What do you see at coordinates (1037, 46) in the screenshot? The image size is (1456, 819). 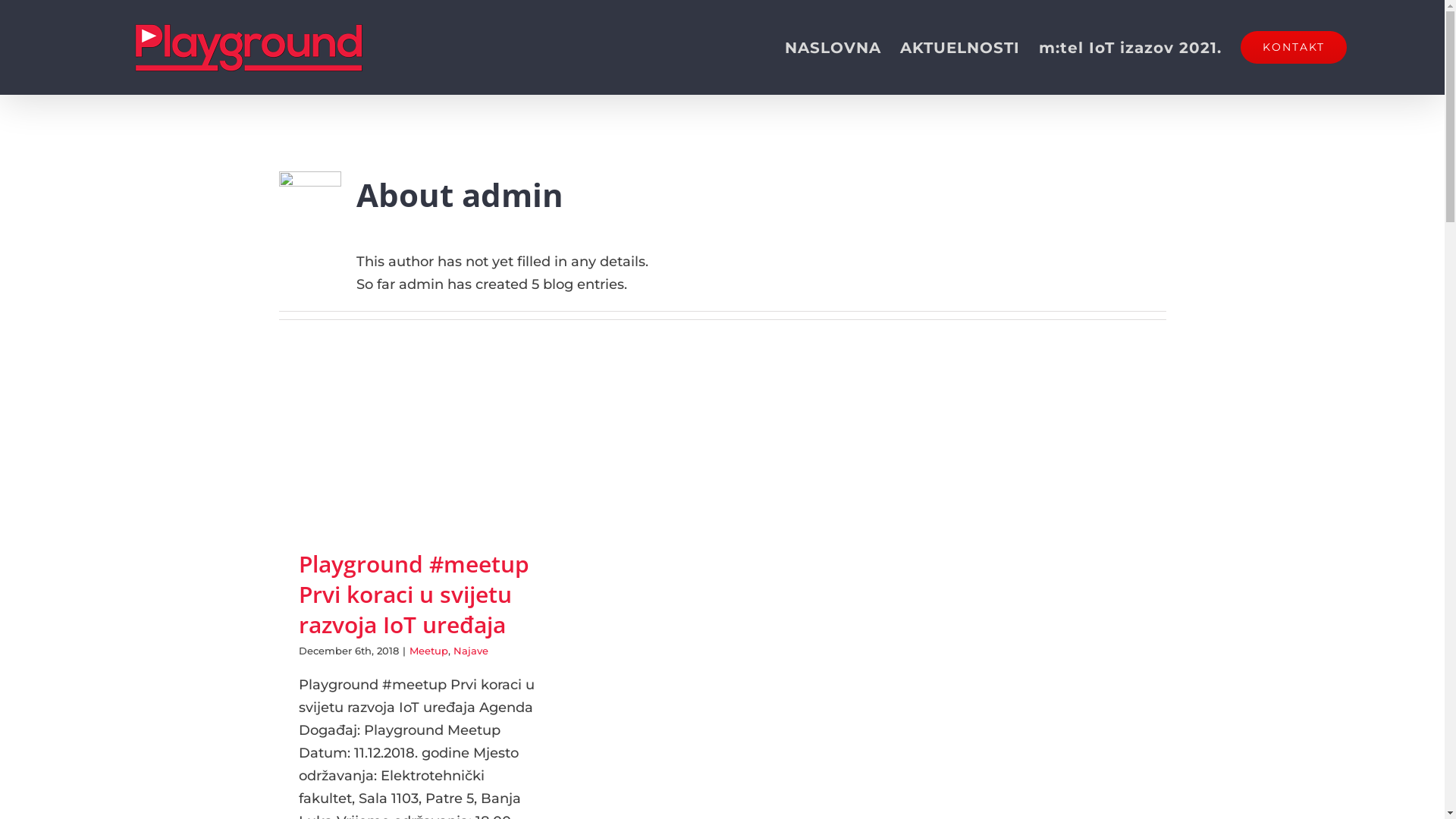 I see `'m:tel IoT izazov 2021.'` at bounding box center [1037, 46].